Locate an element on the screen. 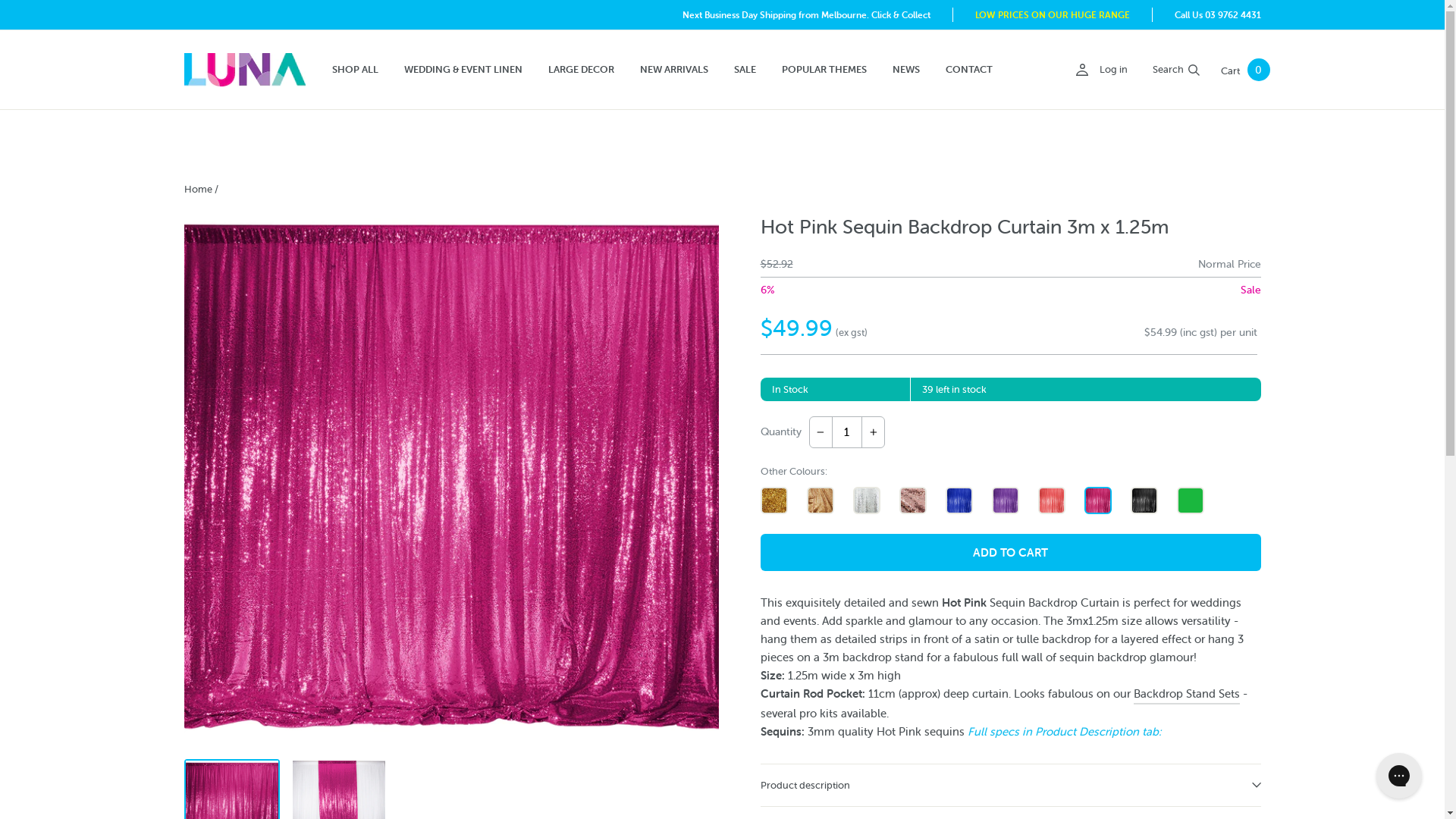 Image resolution: width=1456 pixels, height=819 pixels. 'Sequin Red' is located at coordinates (1050, 500).